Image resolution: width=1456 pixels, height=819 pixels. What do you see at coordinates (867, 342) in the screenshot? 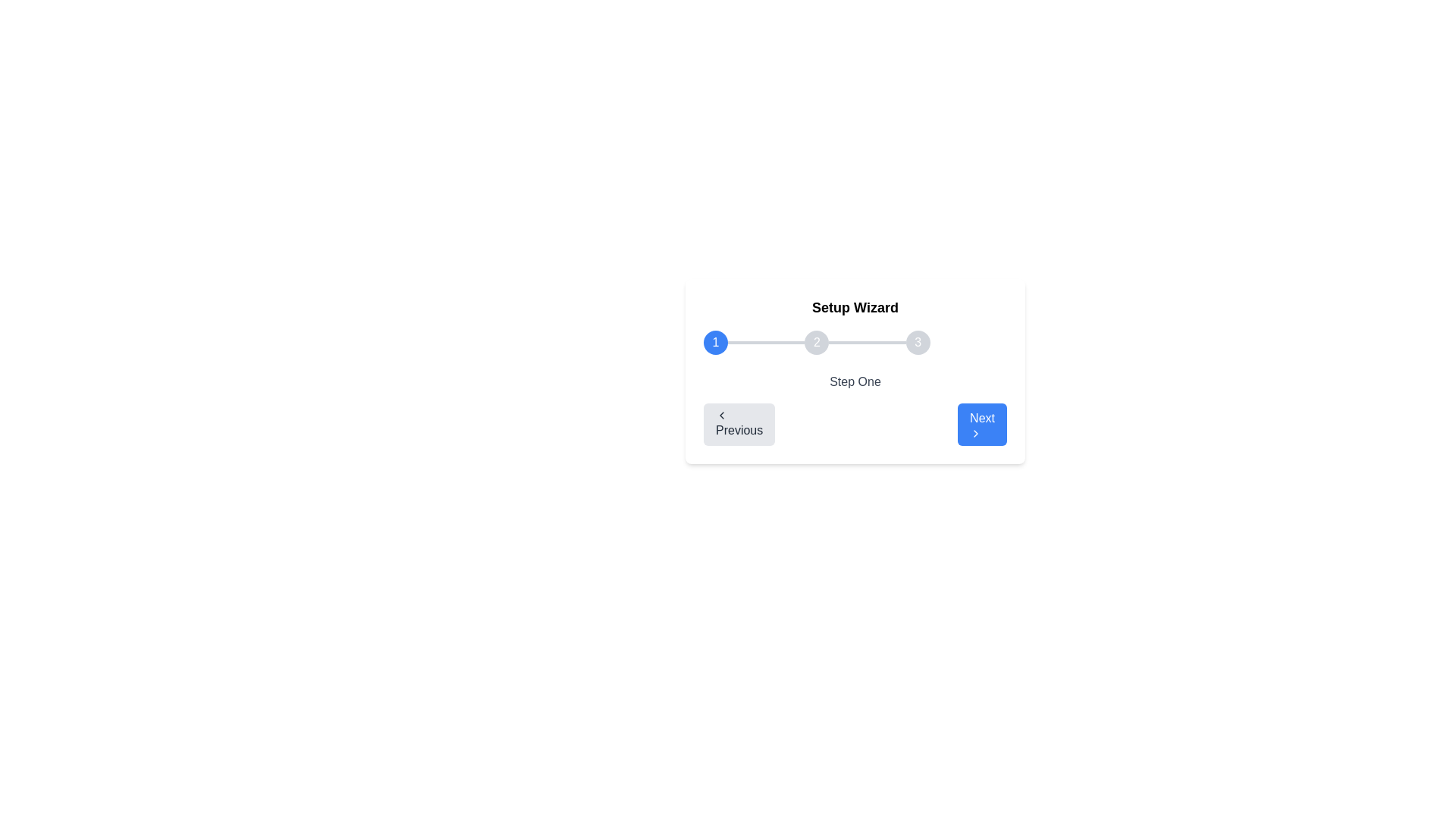
I see `the horizontal light gray divider that connects the second and third step indicators in the Setup Wizard interface` at bounding box center [867, 342].